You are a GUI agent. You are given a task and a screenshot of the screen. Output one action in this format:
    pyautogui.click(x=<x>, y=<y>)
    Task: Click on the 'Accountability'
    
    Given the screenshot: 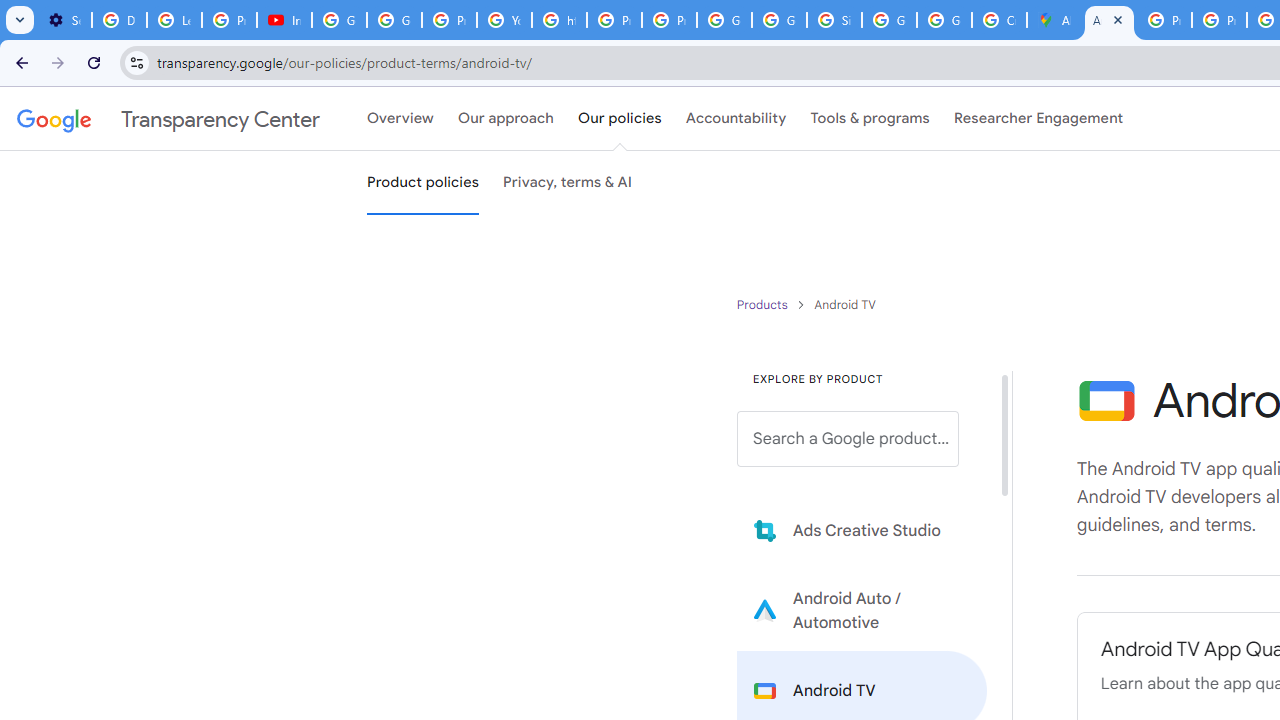 What is the action you would take?
    pyautogui.click(x=735, y=119)
    